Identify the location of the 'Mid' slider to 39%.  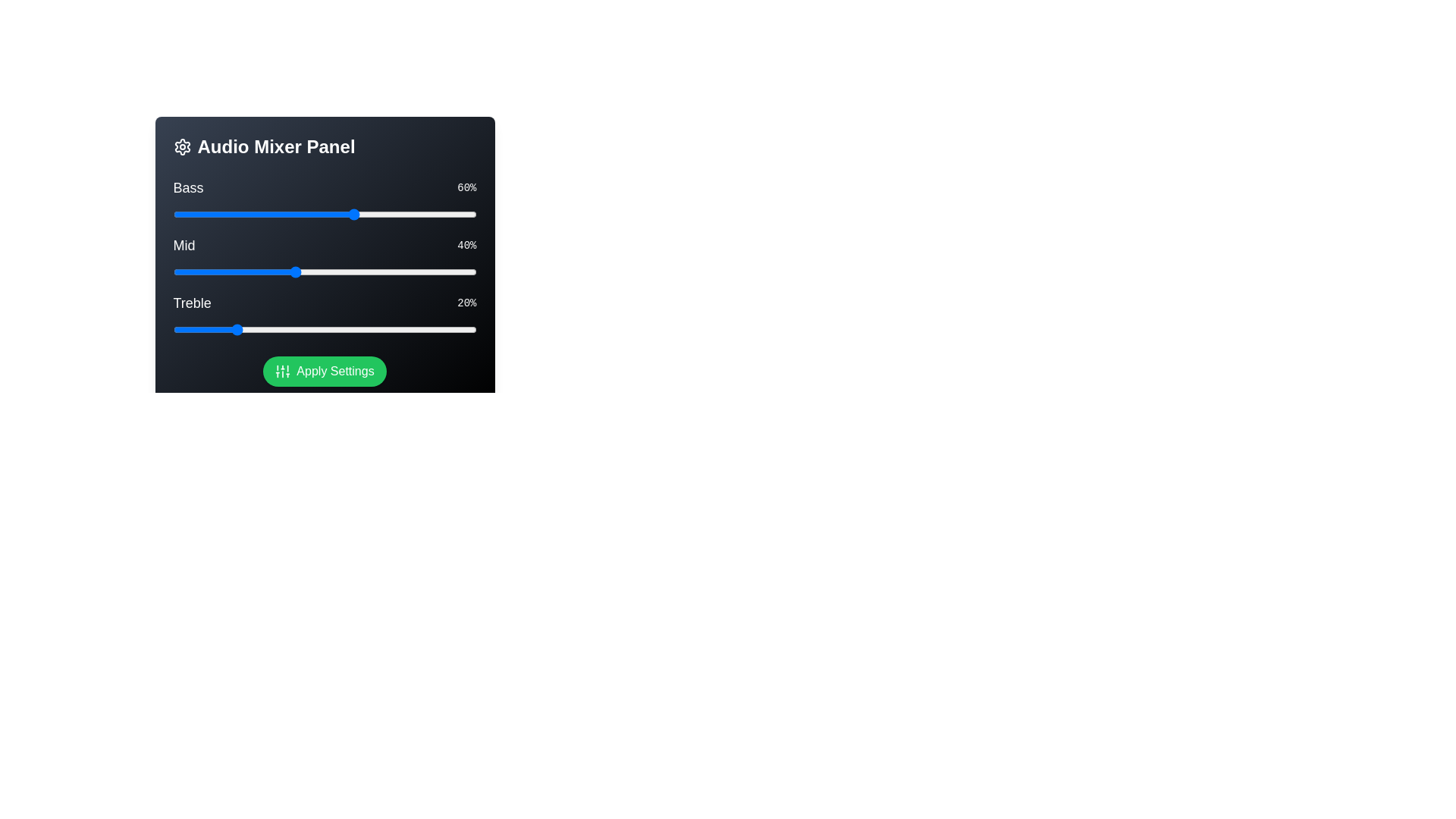
(291, 271).